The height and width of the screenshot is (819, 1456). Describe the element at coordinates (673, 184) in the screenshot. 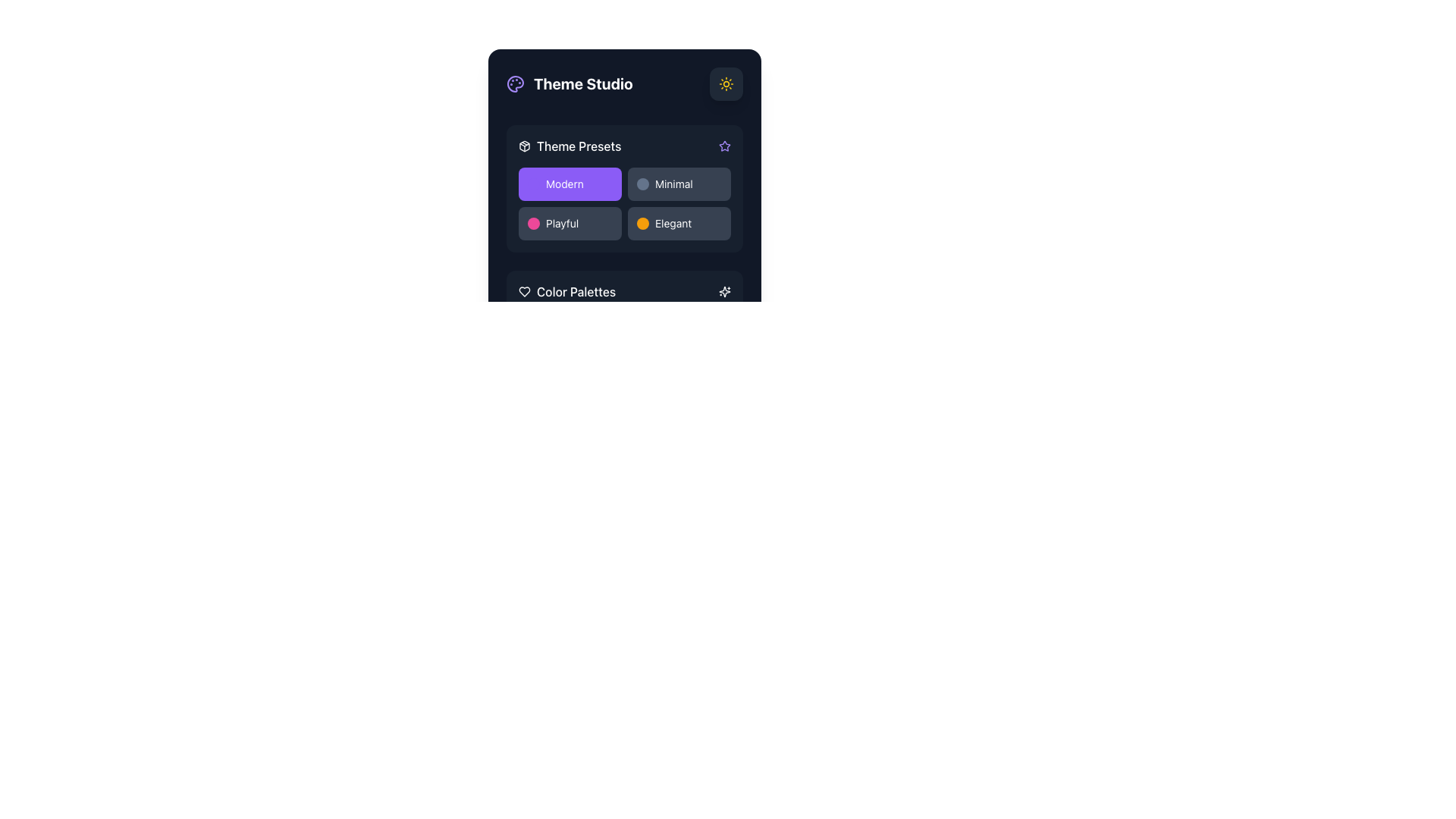

I see `text displayed in the 'Minimal' text label located in the upper-right part of the interface, inside a rounded rectangular button with a small gray circular icon to its left` at that location.